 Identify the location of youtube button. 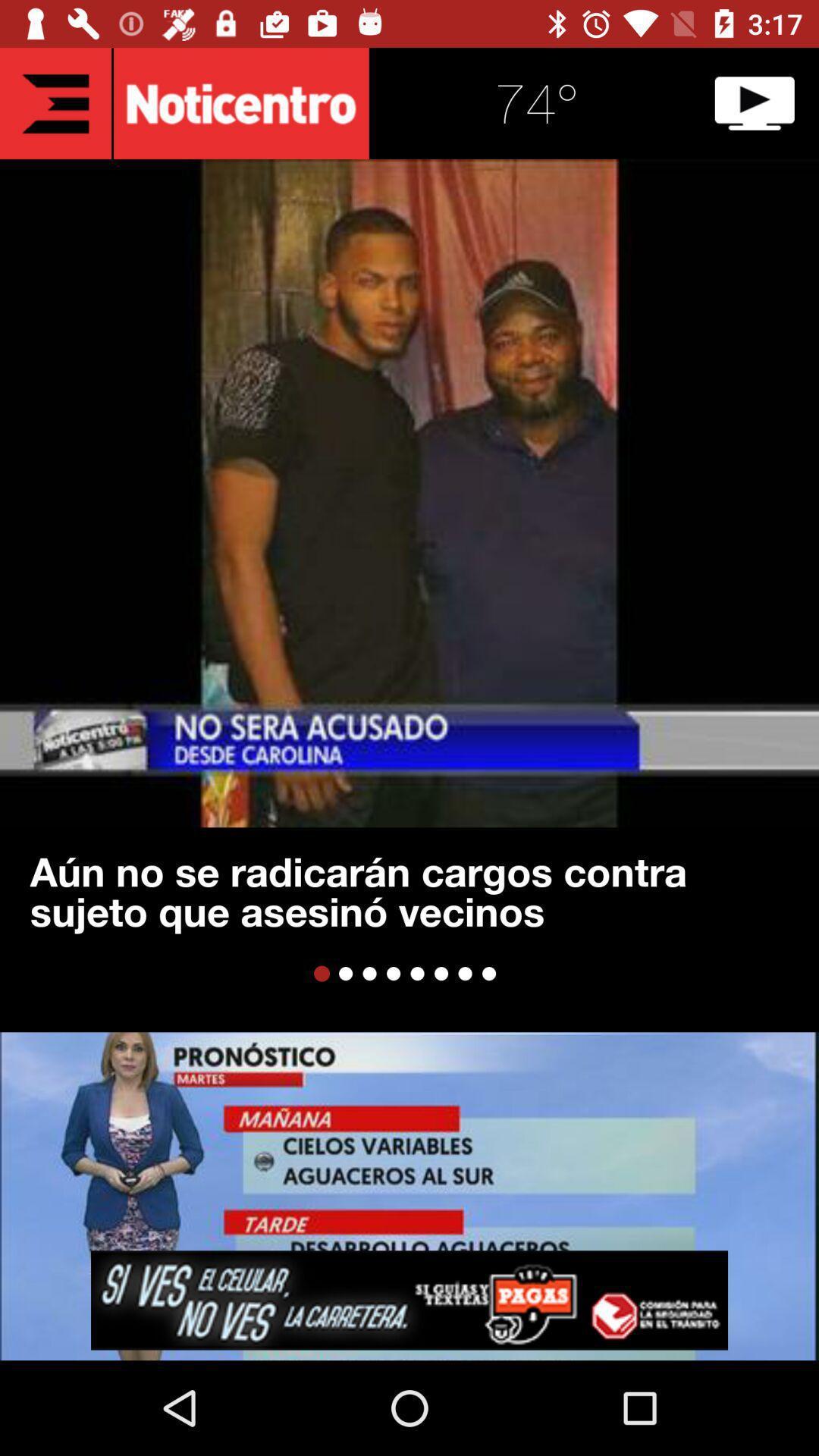
(755, 102).